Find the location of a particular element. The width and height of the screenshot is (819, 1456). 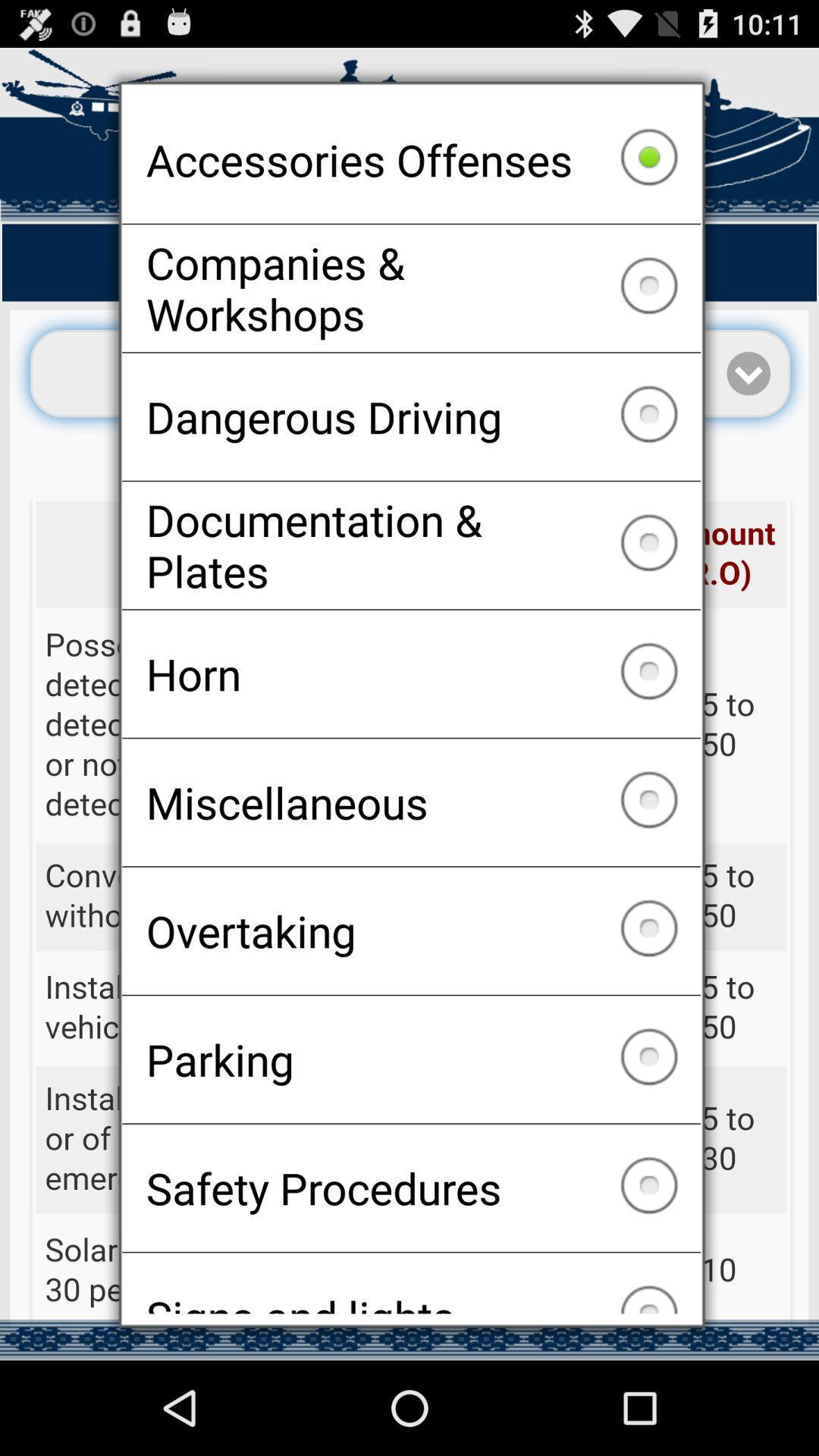

icon above the miscellaneous is located at coordinates (411, 673).